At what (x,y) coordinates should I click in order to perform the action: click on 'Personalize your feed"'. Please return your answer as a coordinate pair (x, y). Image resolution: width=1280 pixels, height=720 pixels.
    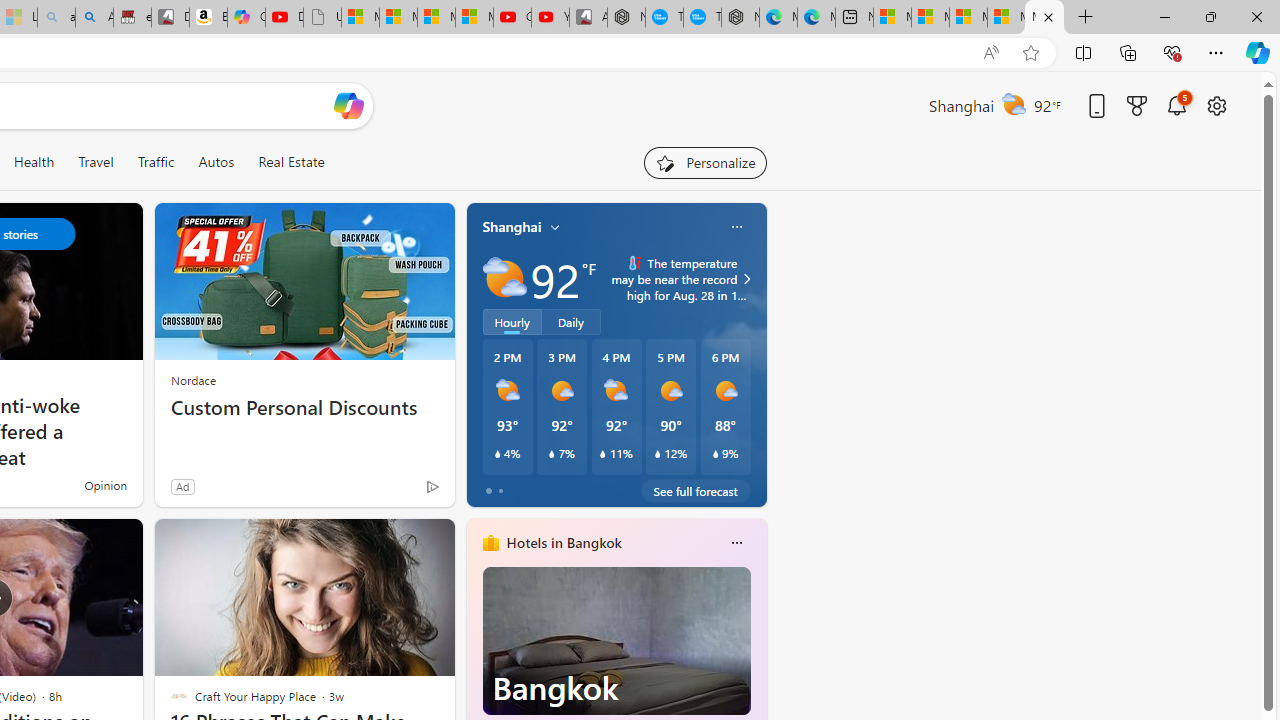
    Looking at the image, I should click on (705, 162).